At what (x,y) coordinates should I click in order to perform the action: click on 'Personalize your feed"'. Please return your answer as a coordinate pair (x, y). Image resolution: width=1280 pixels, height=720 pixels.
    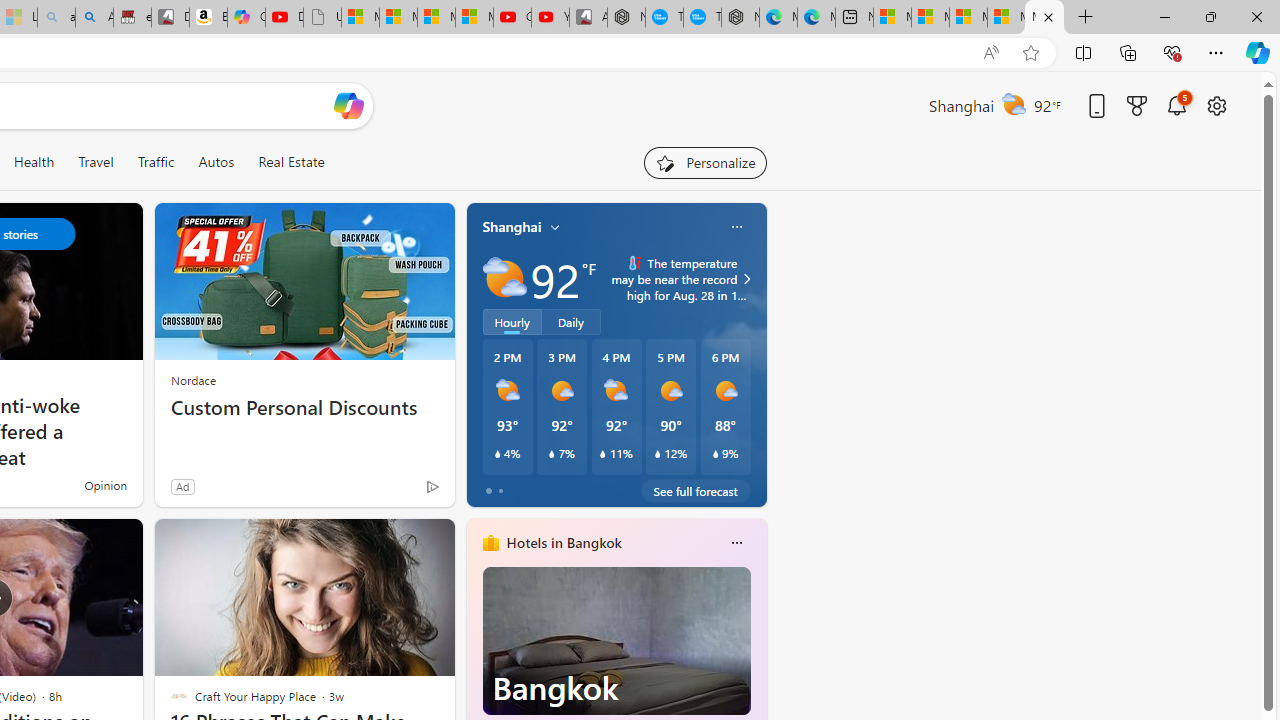
    Looking at the image, I should click on (705, 162).